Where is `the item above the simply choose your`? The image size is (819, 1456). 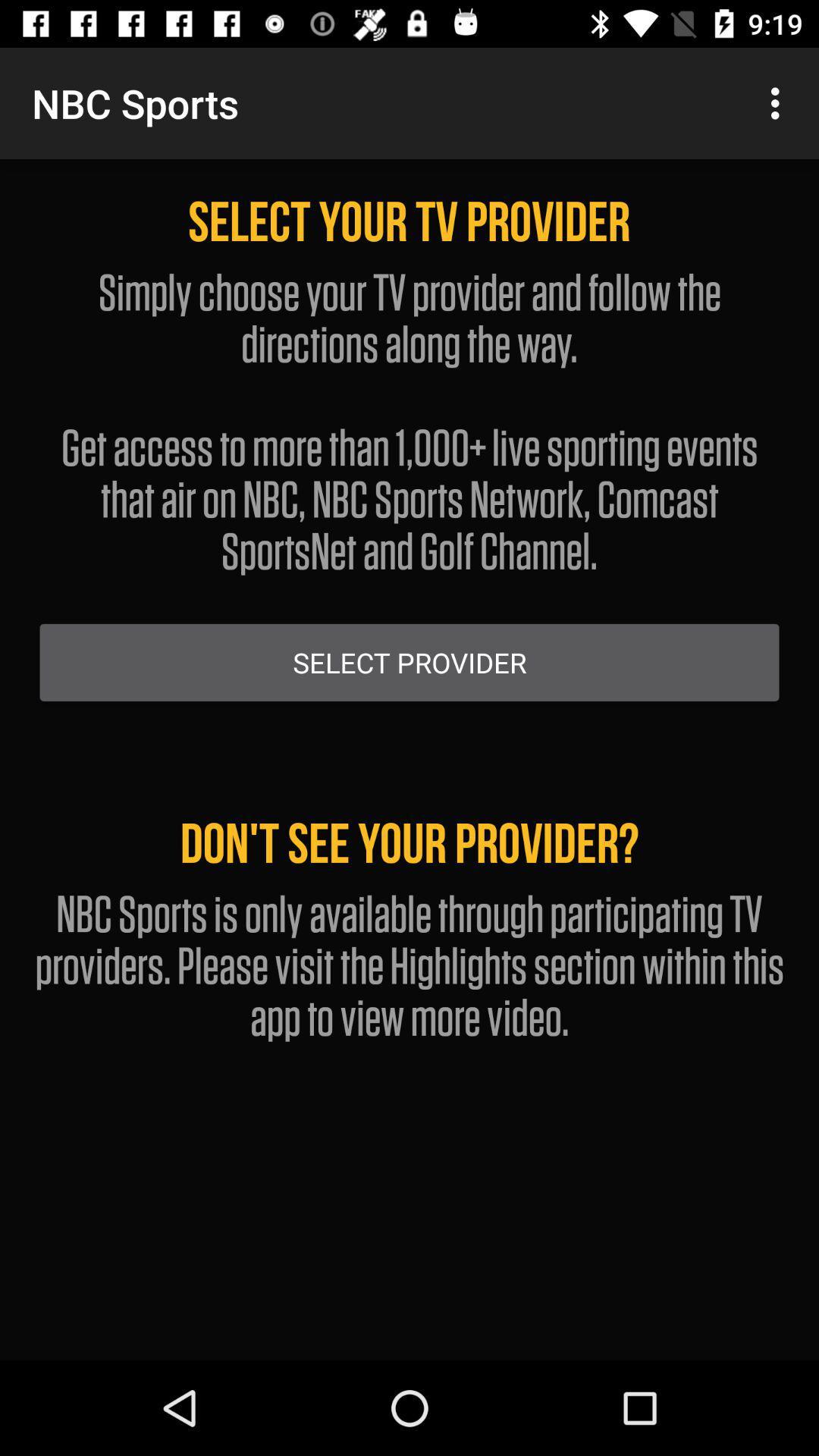
the item above the simply choose your is located at coordinates (779, 102).